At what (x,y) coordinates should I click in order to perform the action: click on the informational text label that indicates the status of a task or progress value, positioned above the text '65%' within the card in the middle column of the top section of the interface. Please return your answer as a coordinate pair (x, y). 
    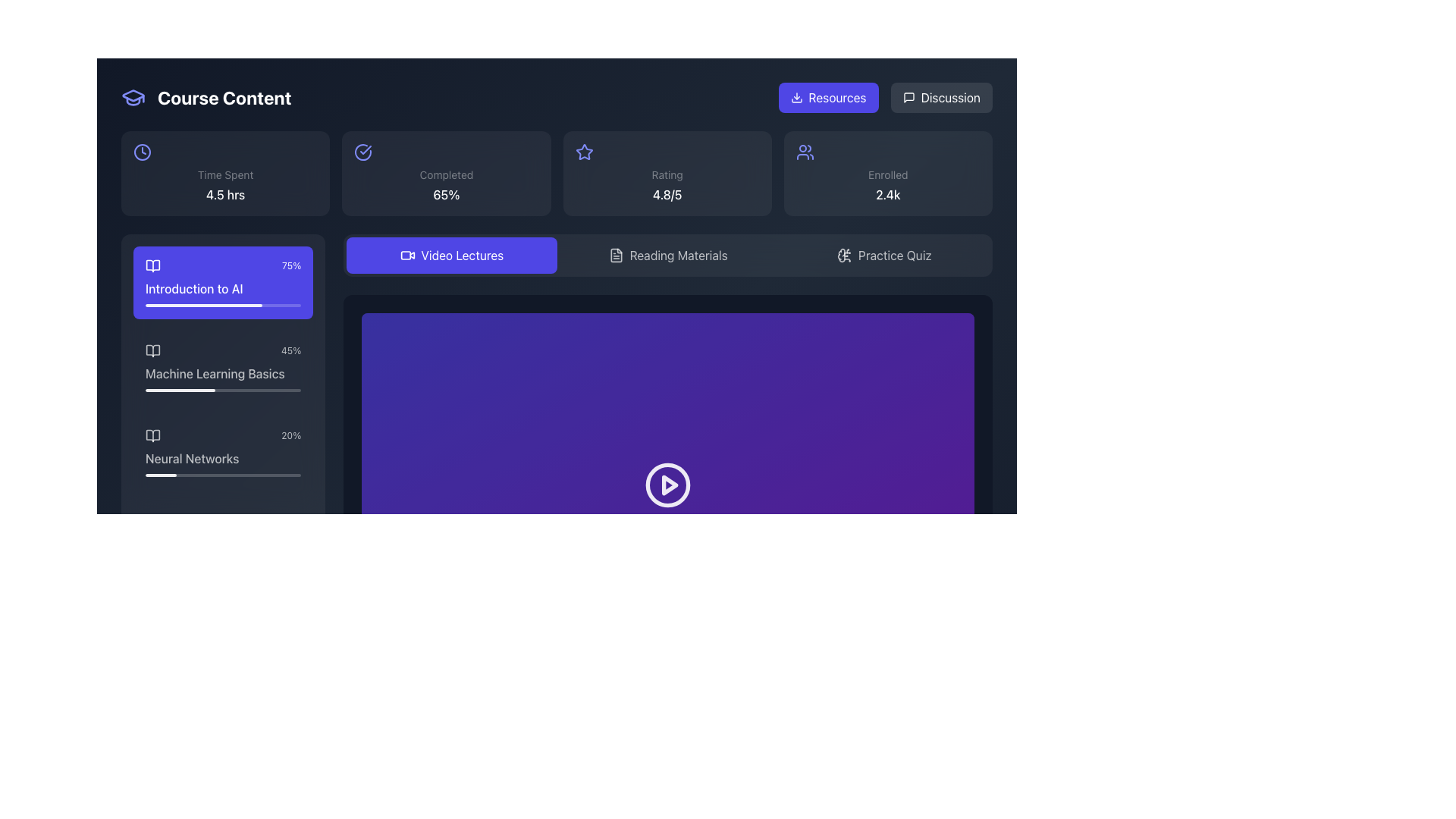
    Looking at the image, I should click on (445, 174).